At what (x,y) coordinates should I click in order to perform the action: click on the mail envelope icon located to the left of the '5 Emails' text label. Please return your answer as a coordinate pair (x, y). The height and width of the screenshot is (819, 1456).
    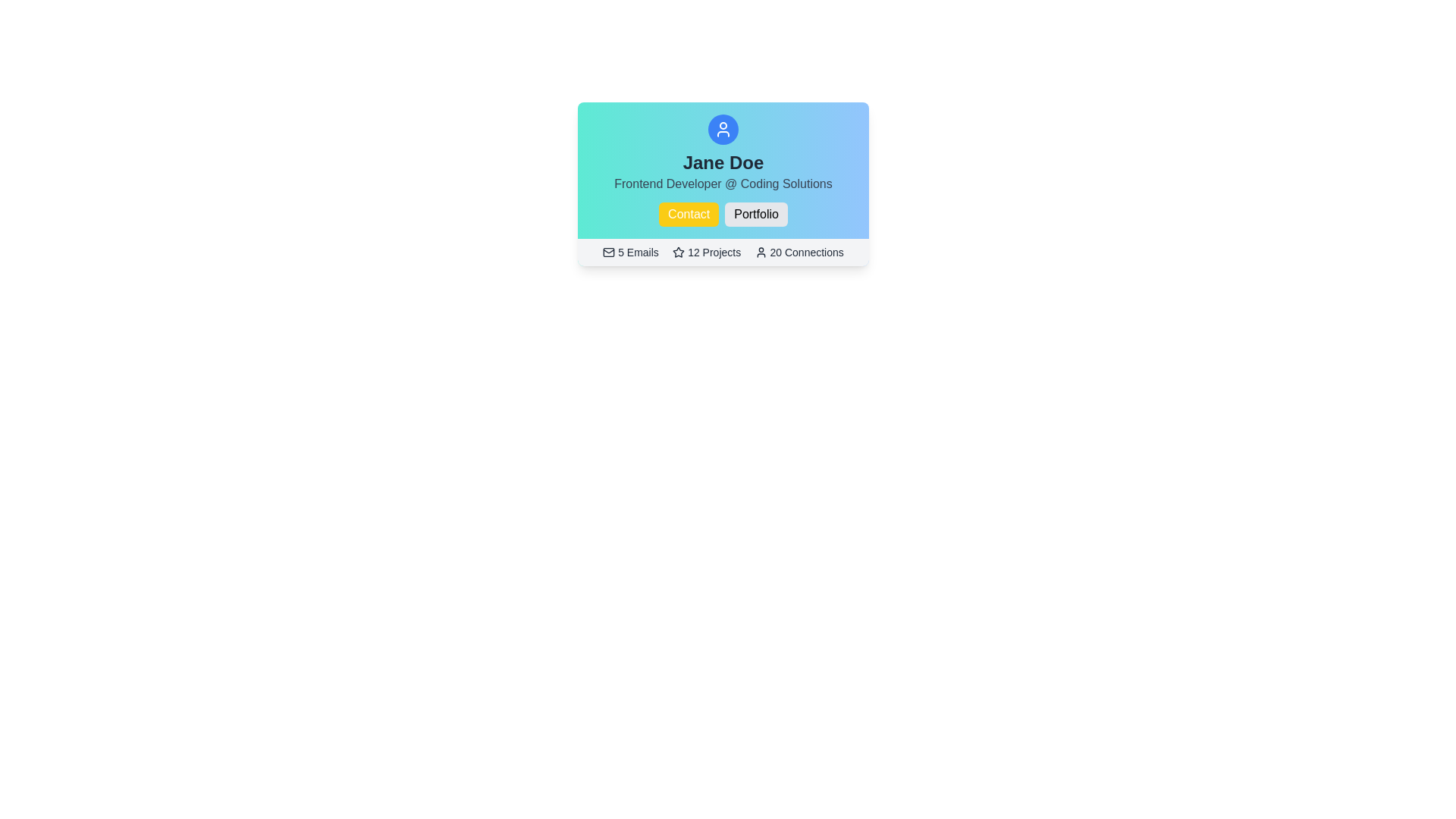
    Looking at the image, I should click on (608, 251).